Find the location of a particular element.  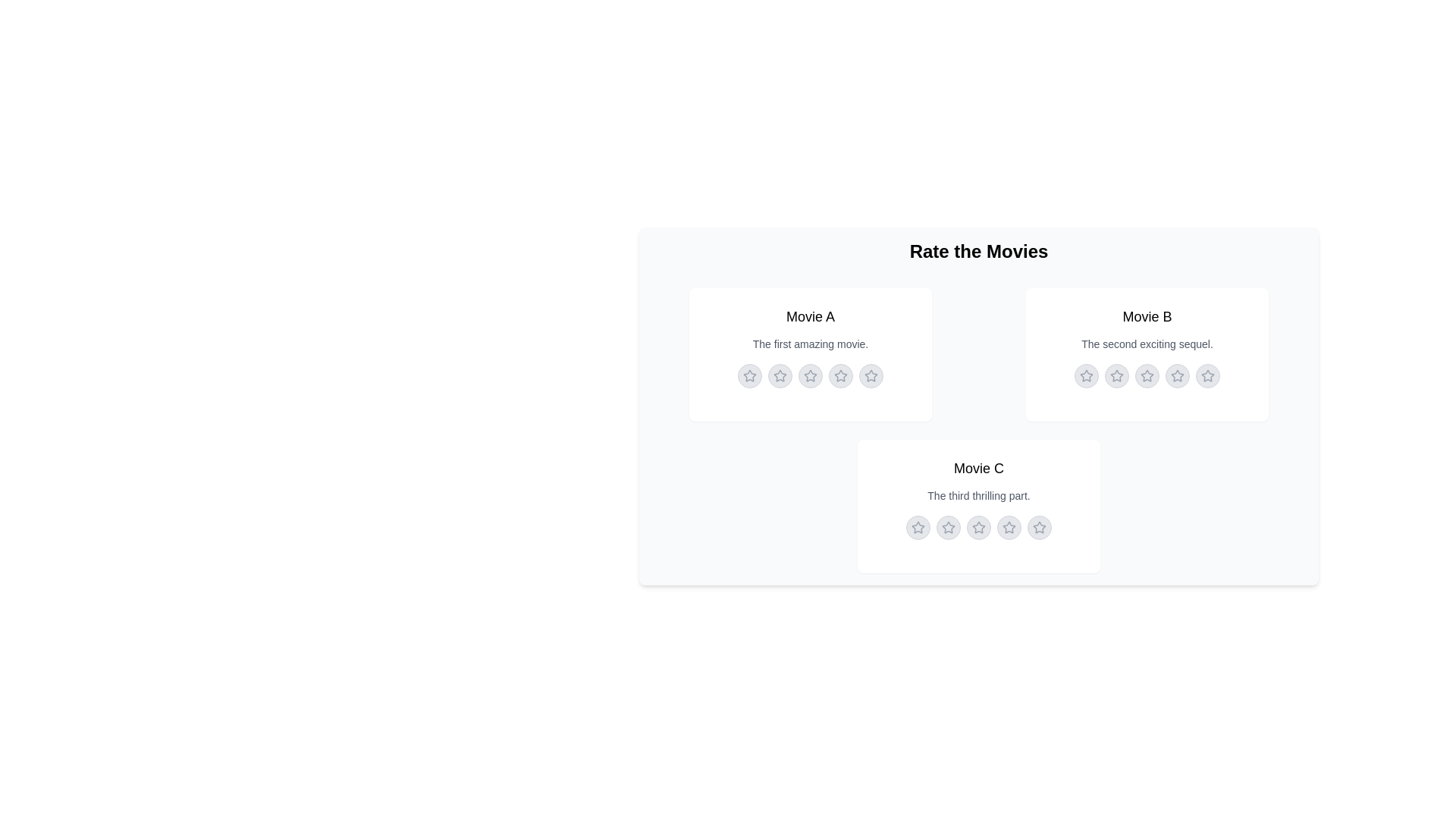

the pointer through the hollow gray star graphic representing the second star in the rating scale for 'Movie B' is located at coordinates (1147, 375).